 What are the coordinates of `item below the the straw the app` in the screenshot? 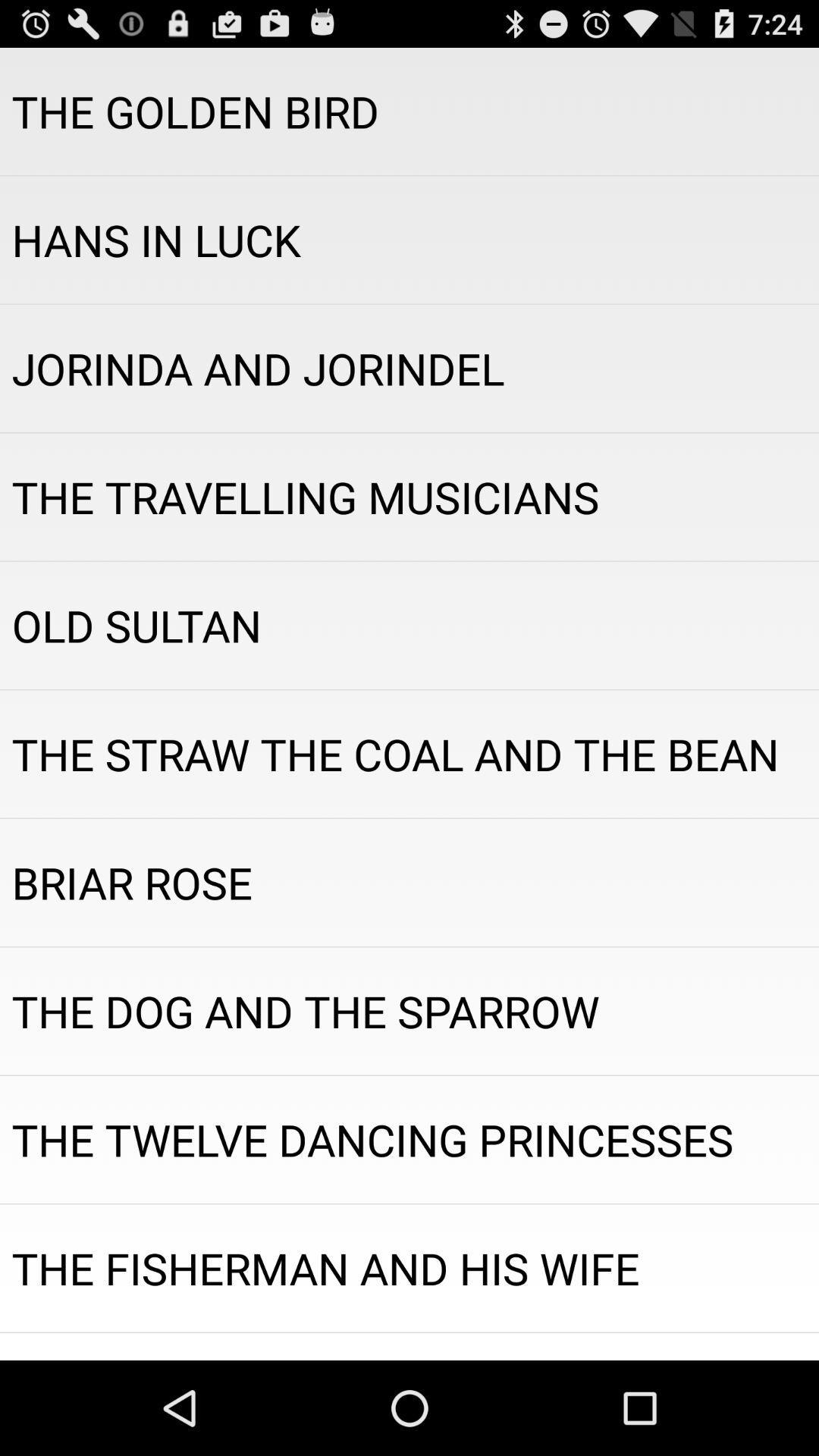 It's located at (409, 882).